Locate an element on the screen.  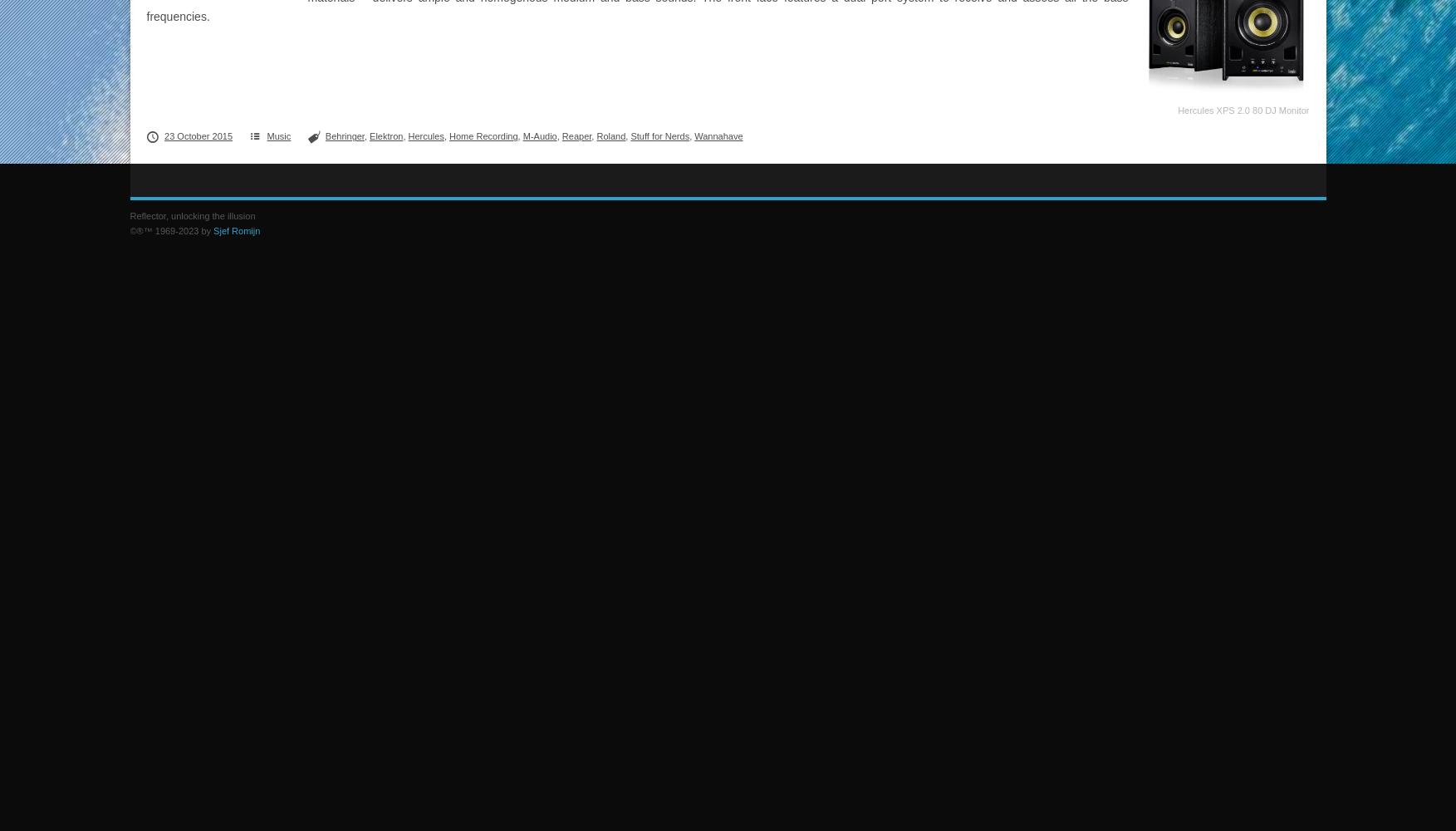
'©®™ 1969-2023 by' is located at coordinates (171, 230).